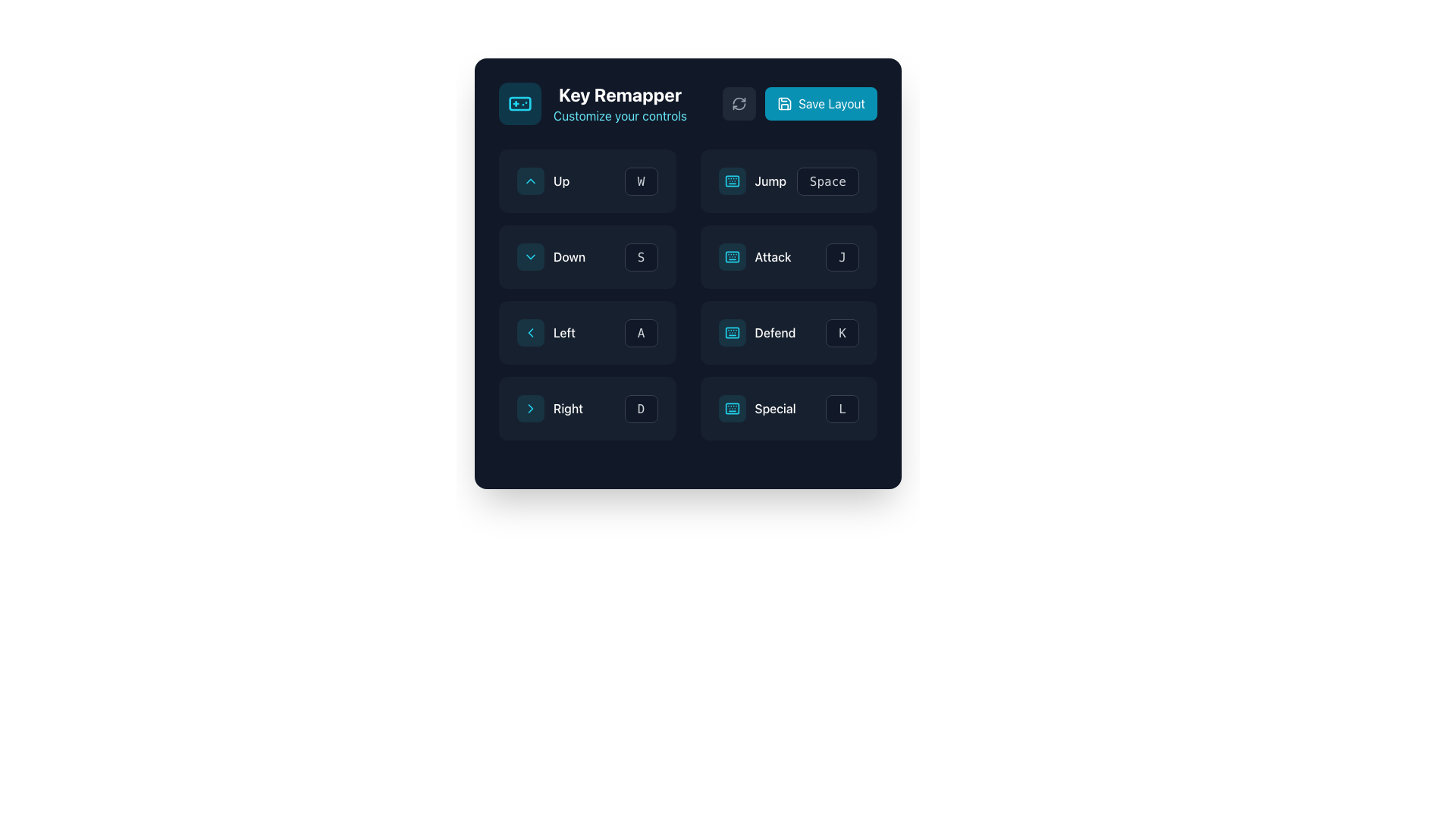  What do you see at coordinates (732, 332) in the screenshot?
I see `the 'Defend' keybinding icon, which is a rectangular component with rounded corners located in the middle-right area of the grid layout` at bounding box center [732, 332].